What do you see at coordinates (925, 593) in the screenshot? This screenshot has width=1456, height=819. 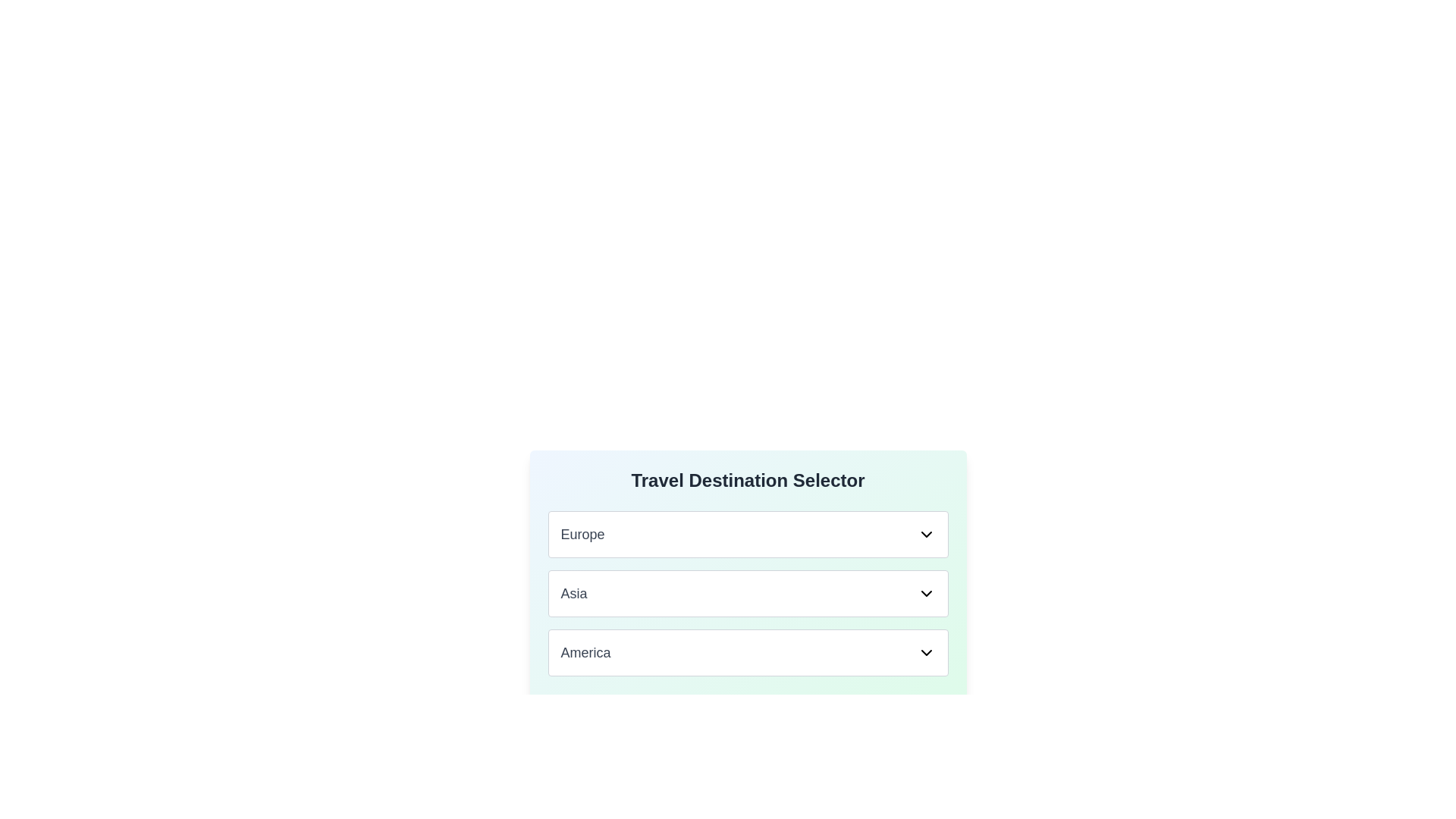 I see `the Dropdown indicator icon, shaped as a downward chevron, located to the right of 'Asia' in the 'Travel Destination Selector' interface using the keyboard` at bounding box center [925, 593].